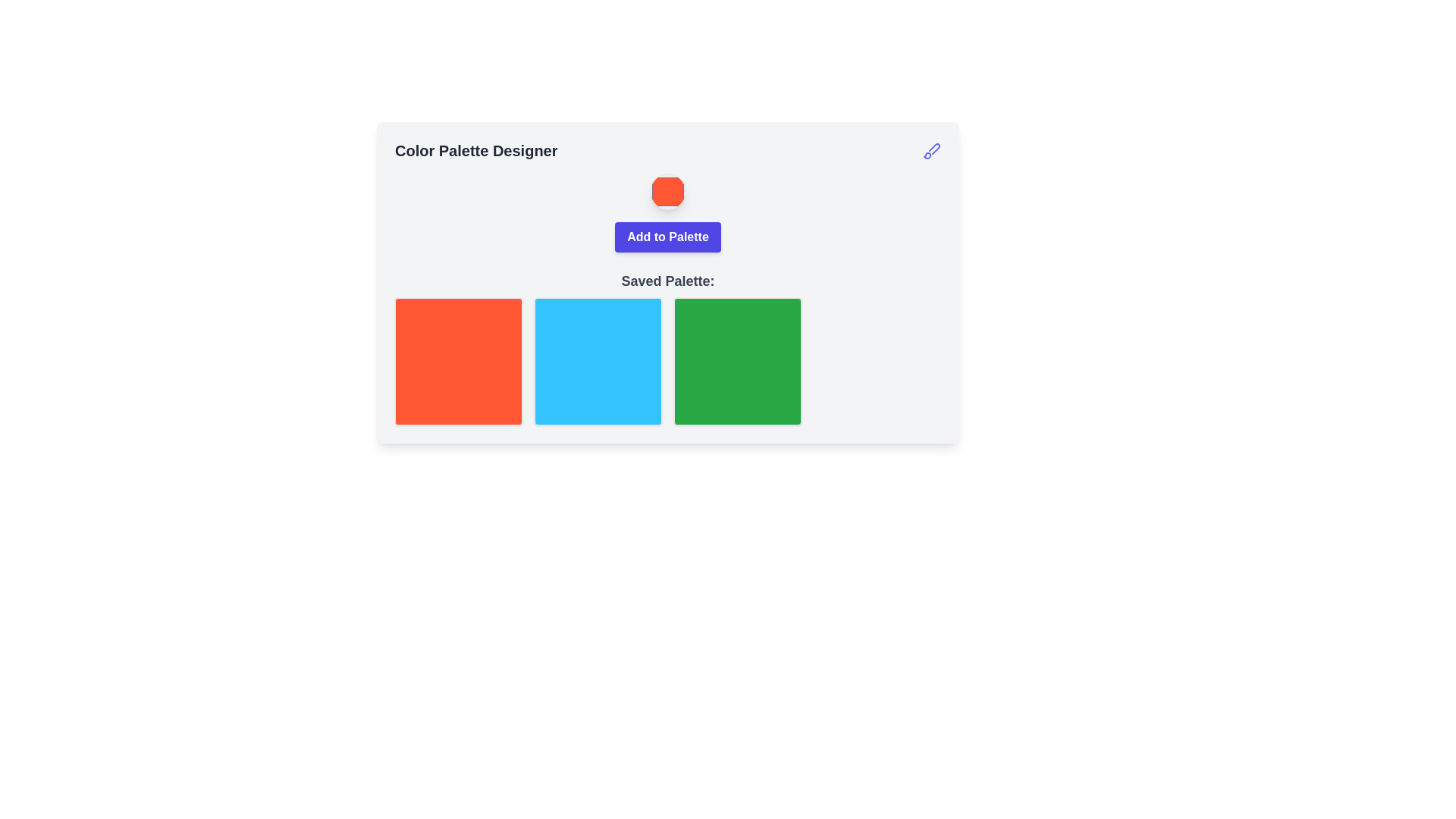  I want to click on text from the header label that designates the section for saved palette colors, located centrally below the 'Add to Palette' button and above the color grid, so click(667, 281).